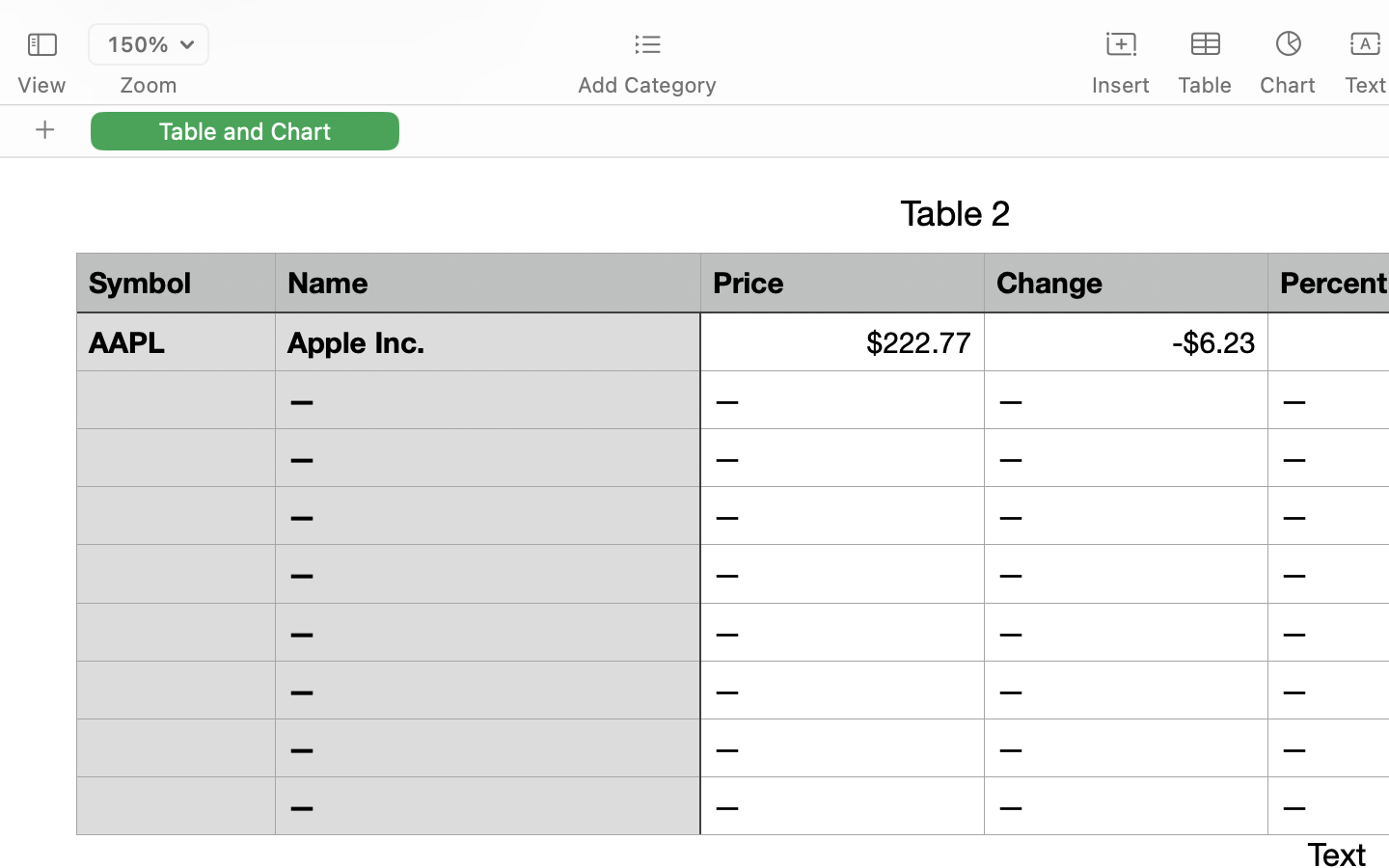 The width and height of the screenshot is (1389, 868). Describe the element at coordinates (646, 84) in the screenshot. I see `'Add Category'` at that location.